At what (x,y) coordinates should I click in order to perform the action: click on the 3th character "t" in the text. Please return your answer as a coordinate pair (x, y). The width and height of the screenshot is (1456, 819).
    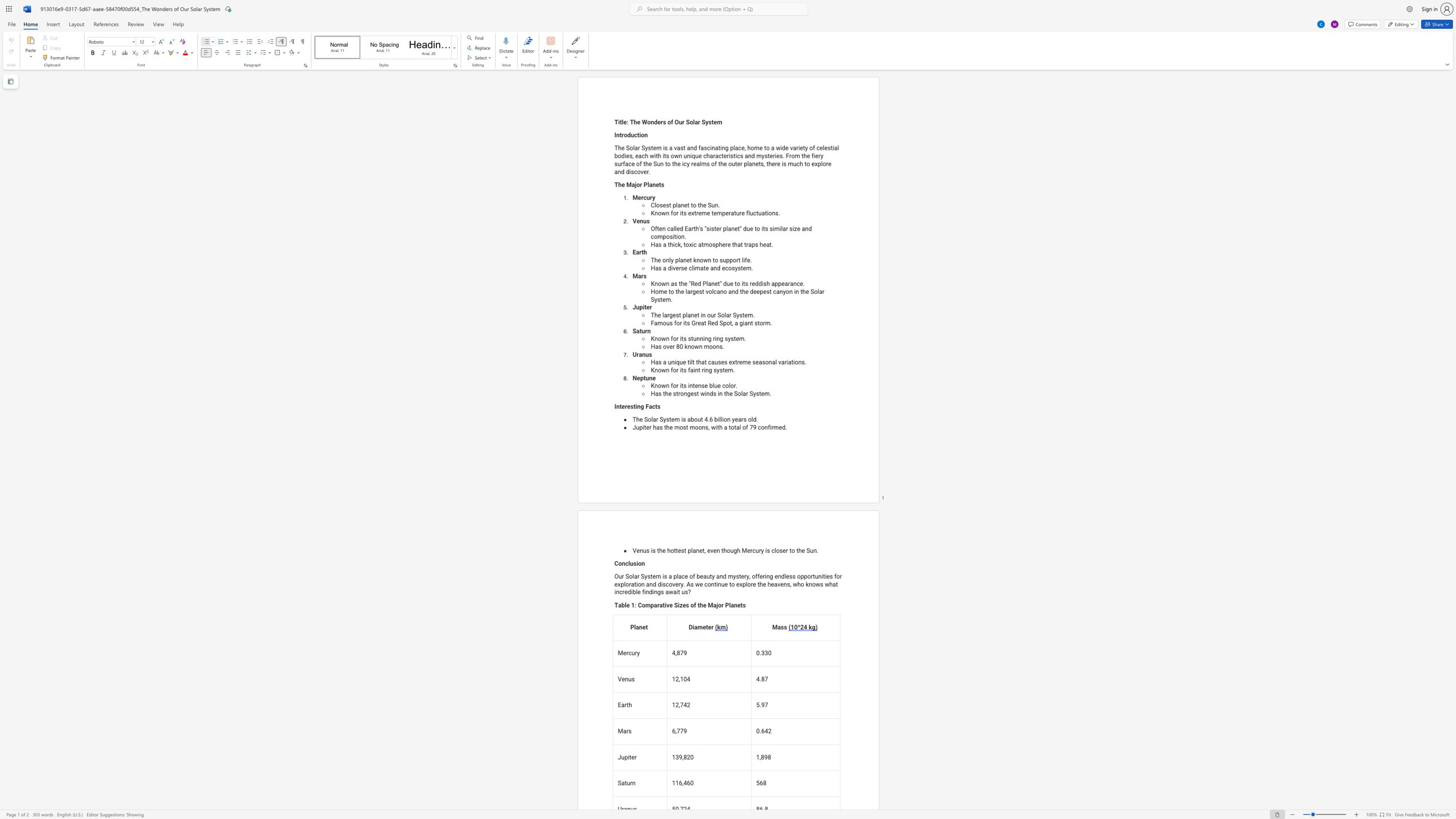
    Looking at the image, I should click on (702, 291).